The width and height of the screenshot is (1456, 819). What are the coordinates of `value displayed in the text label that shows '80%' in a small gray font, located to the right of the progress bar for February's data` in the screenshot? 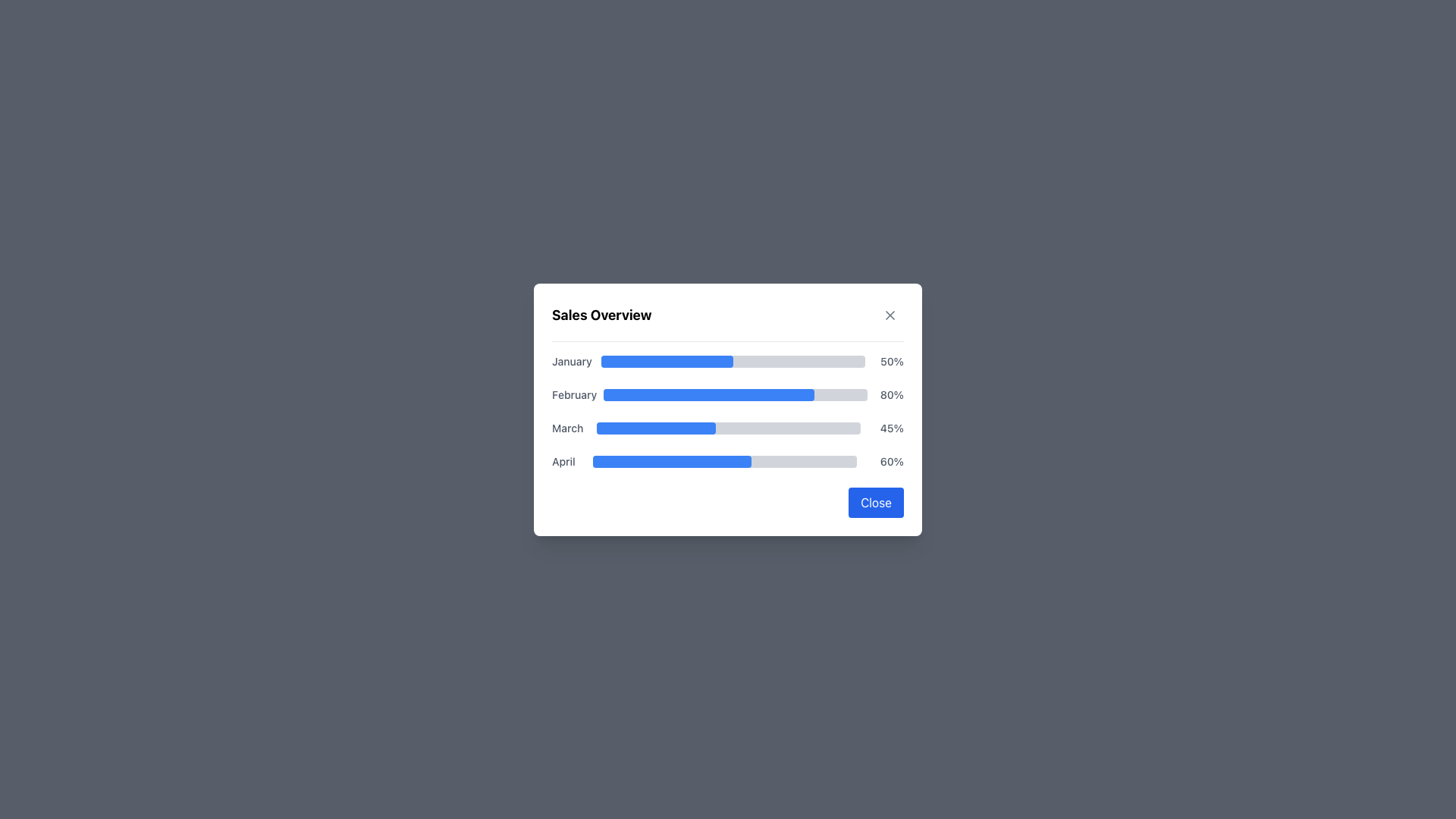 It's located at (889, 394).